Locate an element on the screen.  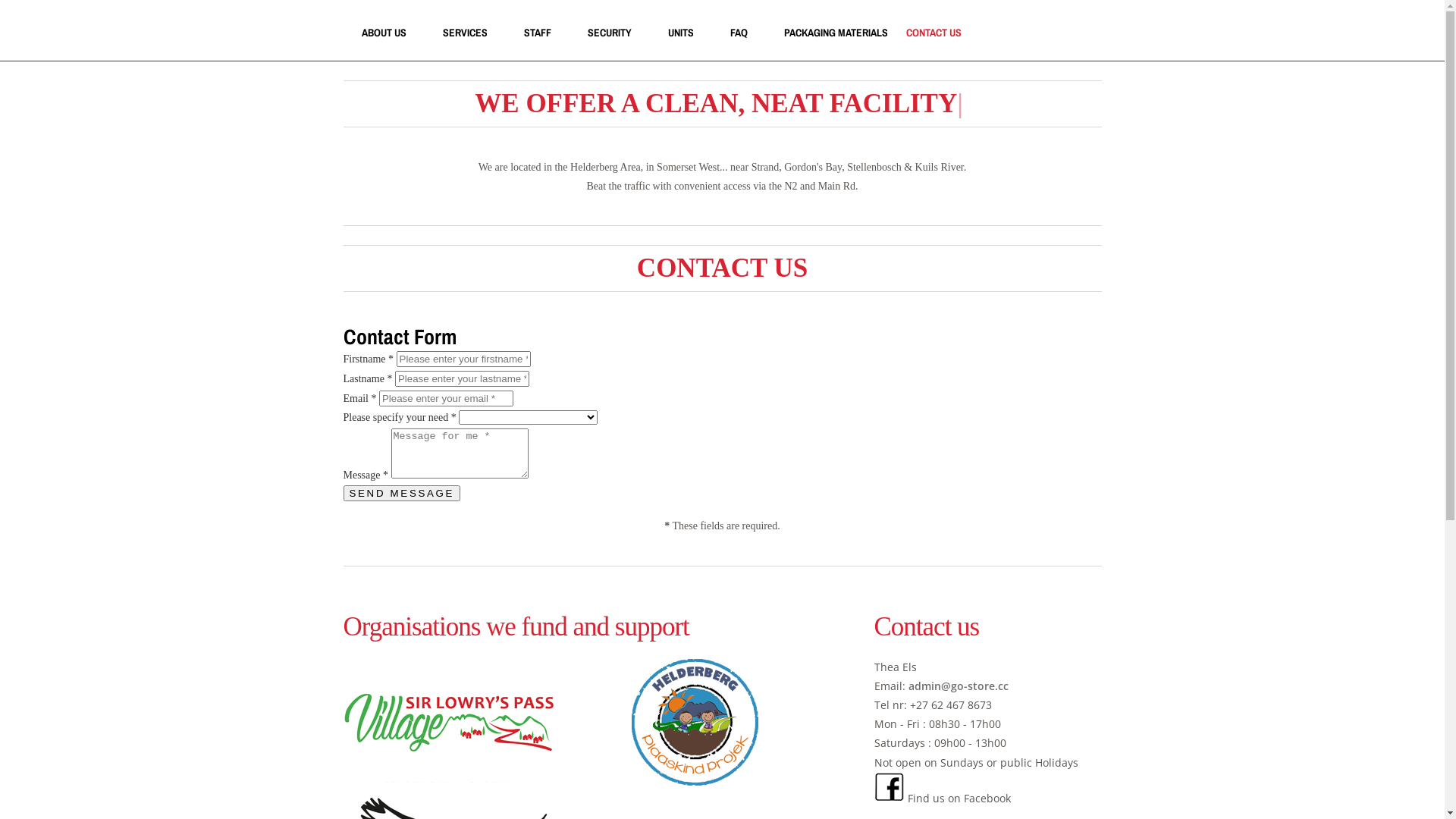
'FAQ' is located at coordinates (738, 32).